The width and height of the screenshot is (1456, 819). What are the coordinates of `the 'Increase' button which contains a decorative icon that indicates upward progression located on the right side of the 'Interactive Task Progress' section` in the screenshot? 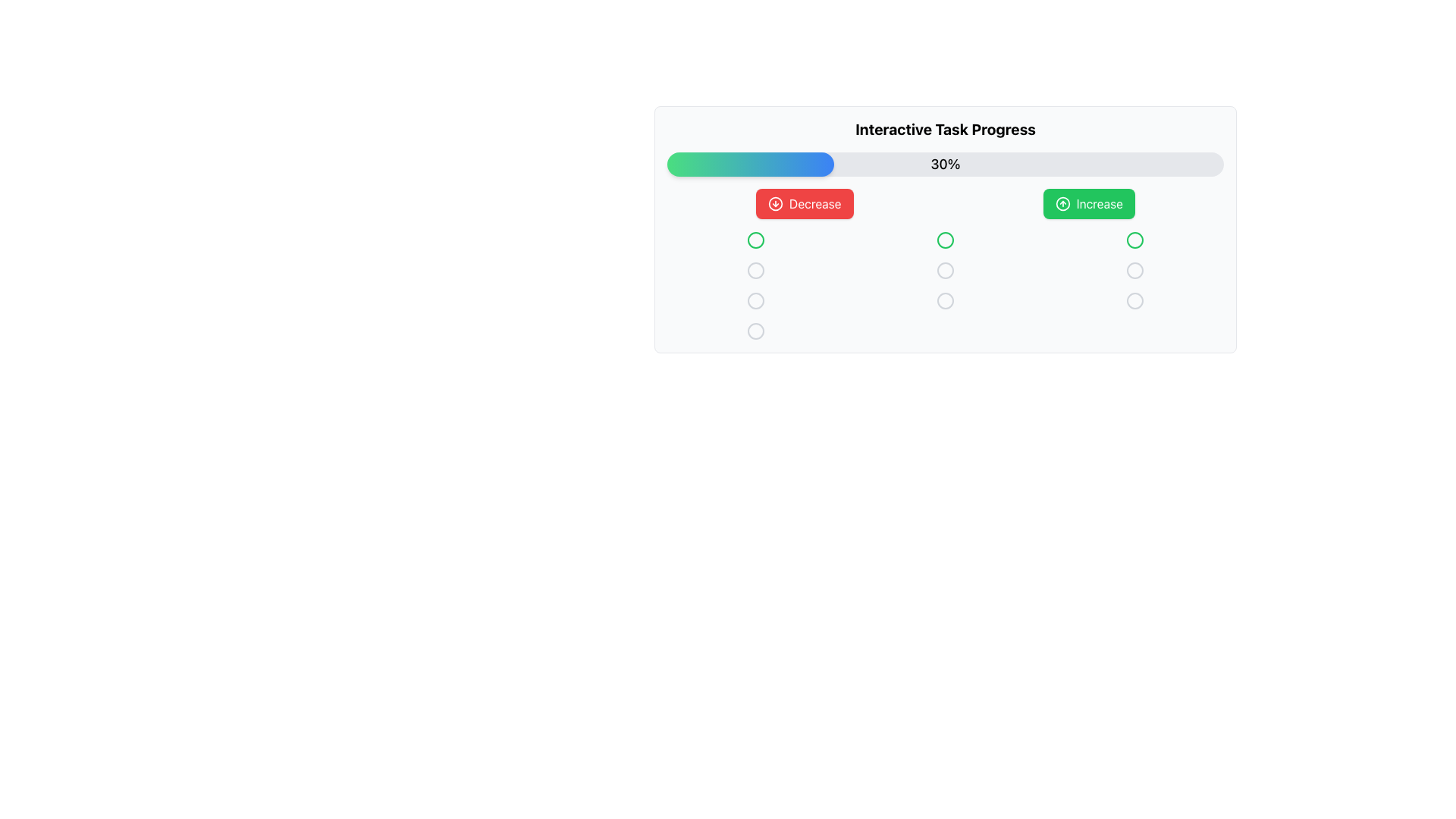 It's located at (1062, 203).